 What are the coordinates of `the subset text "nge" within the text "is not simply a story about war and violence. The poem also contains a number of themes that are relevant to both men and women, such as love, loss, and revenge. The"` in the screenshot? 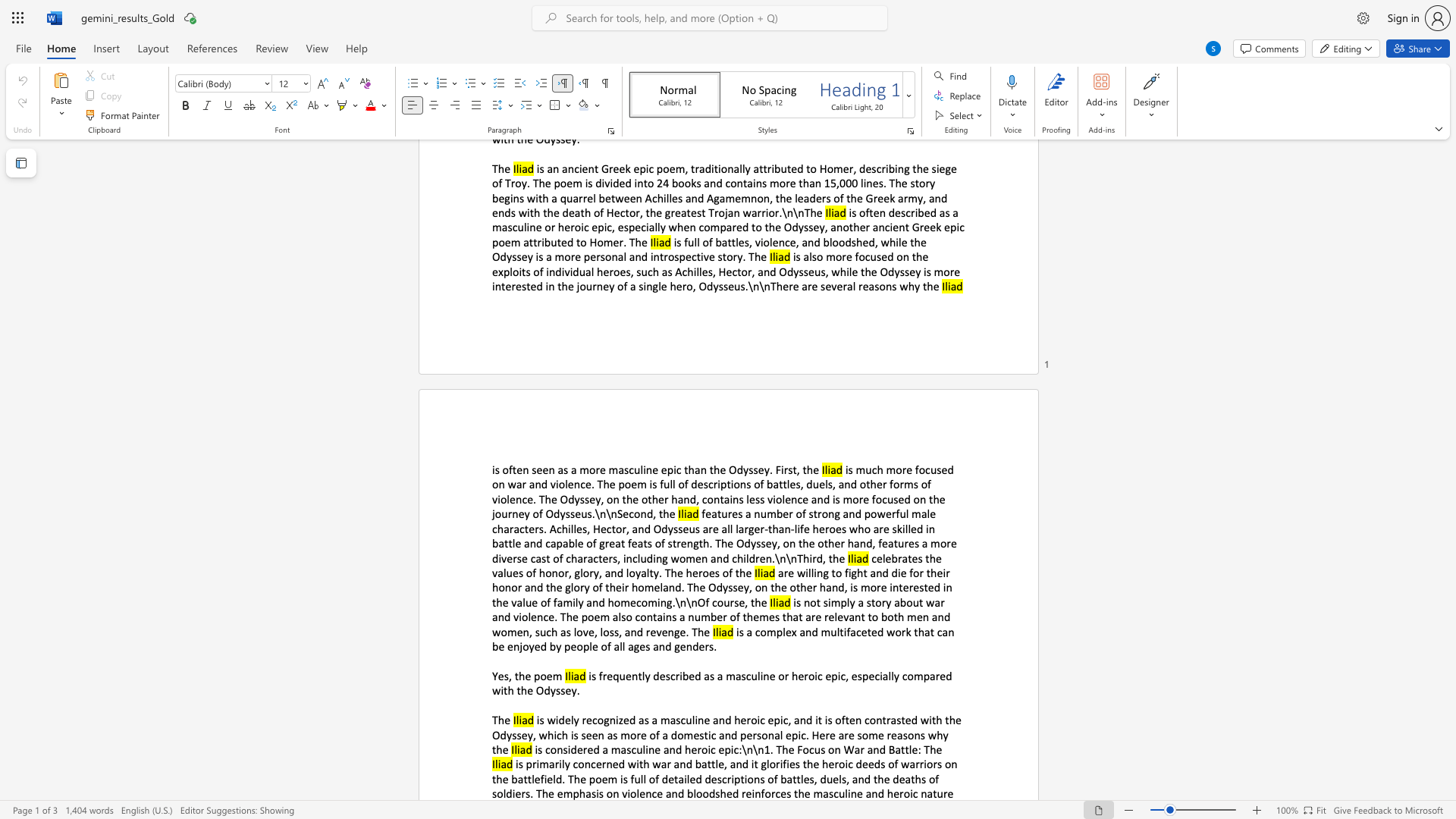 It's located at (667, 632).